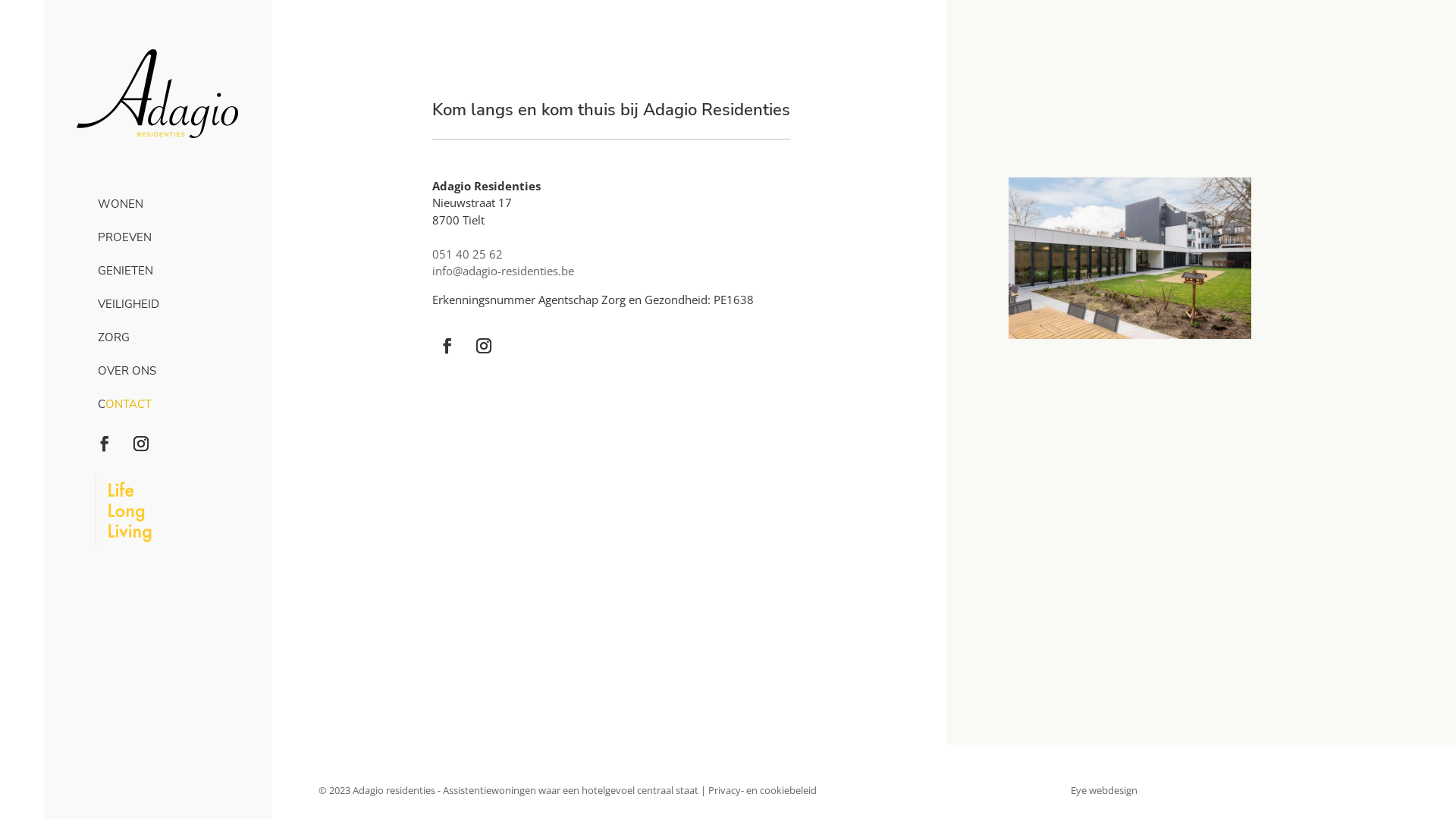 The height and width of the screenshot is (819, 1456). What do you see at coordinates (89, 444) in the screenshot?
I see `'Volg op Facebook'` at bounding box center [89, 444].